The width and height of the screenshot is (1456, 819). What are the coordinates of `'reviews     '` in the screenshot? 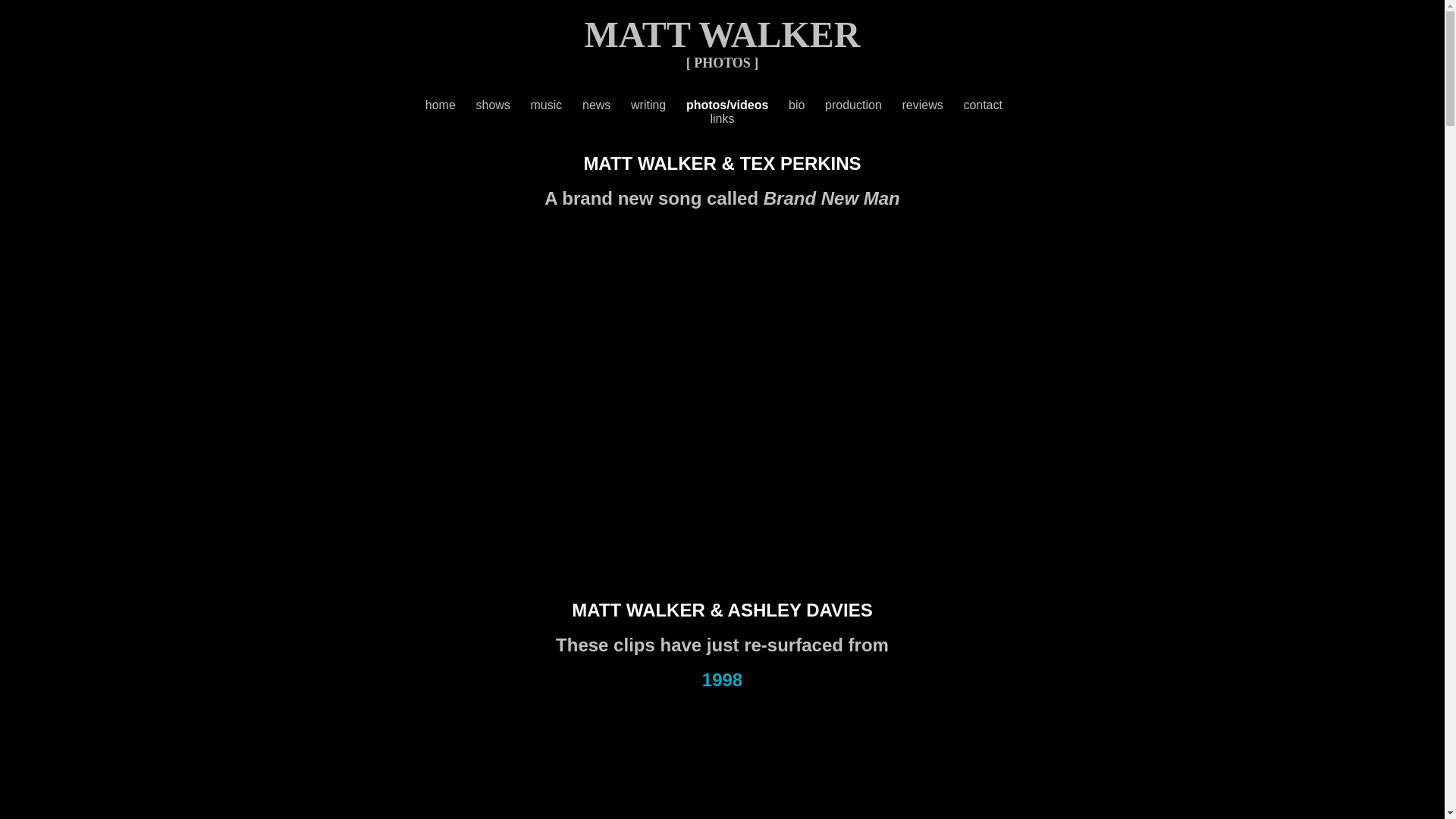 It's located at (931, 104).